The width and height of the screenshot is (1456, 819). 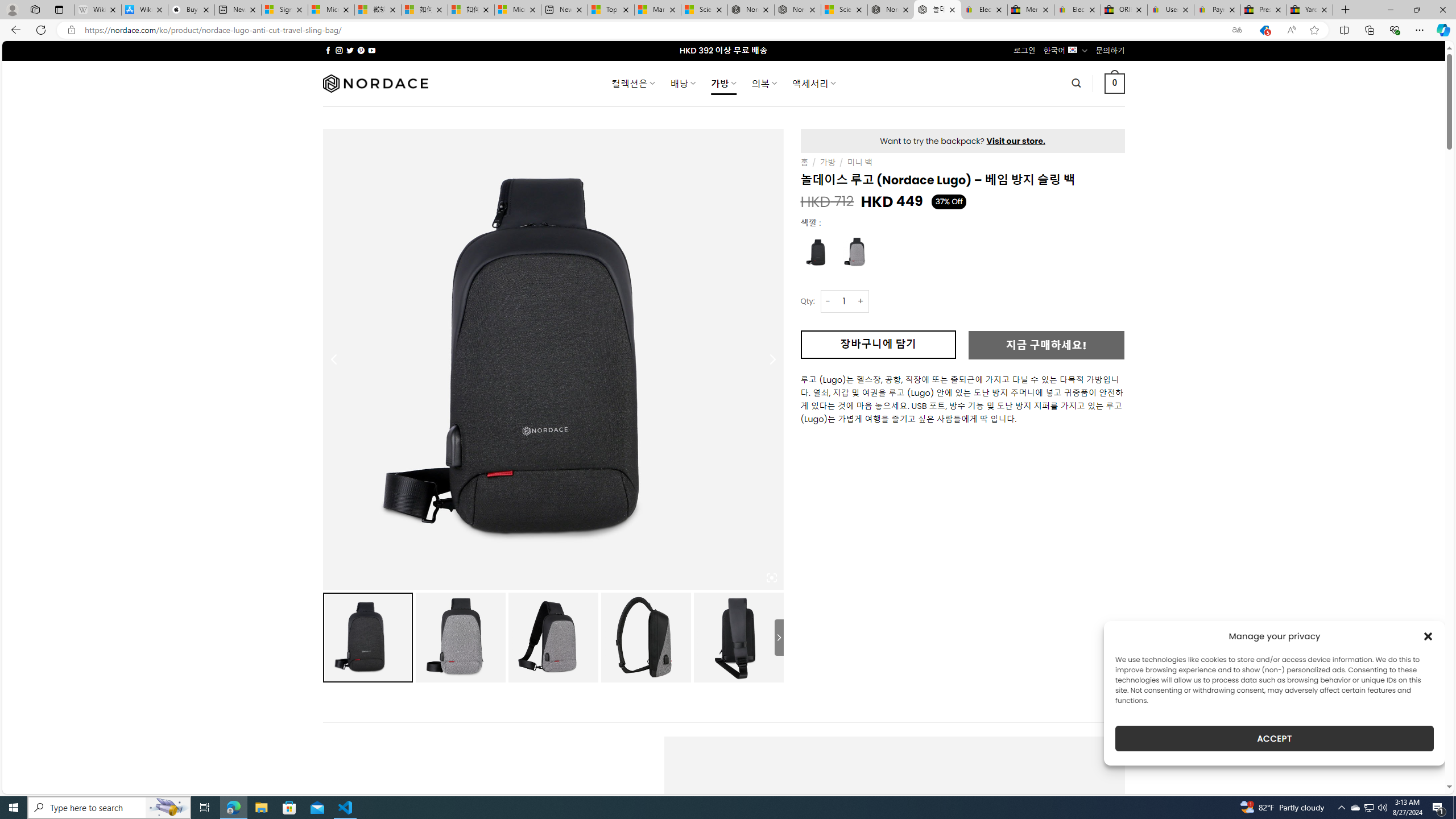 I want to click on 'This site has coupons! Shopping in Microsoft Edge, 5', so click(x=1263, y=30).